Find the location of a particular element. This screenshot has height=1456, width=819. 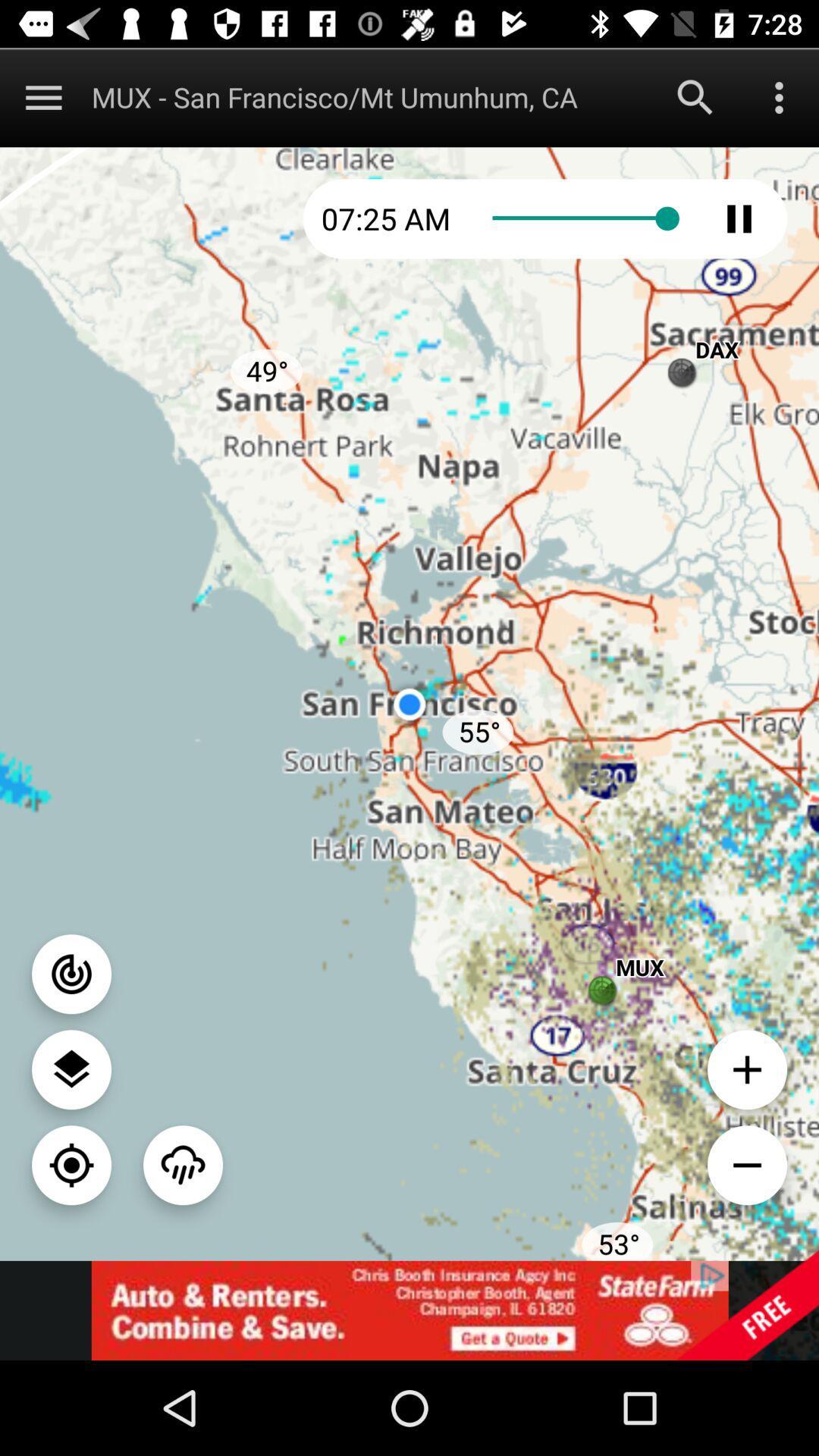

setting button is located at coordinates (779, 96).